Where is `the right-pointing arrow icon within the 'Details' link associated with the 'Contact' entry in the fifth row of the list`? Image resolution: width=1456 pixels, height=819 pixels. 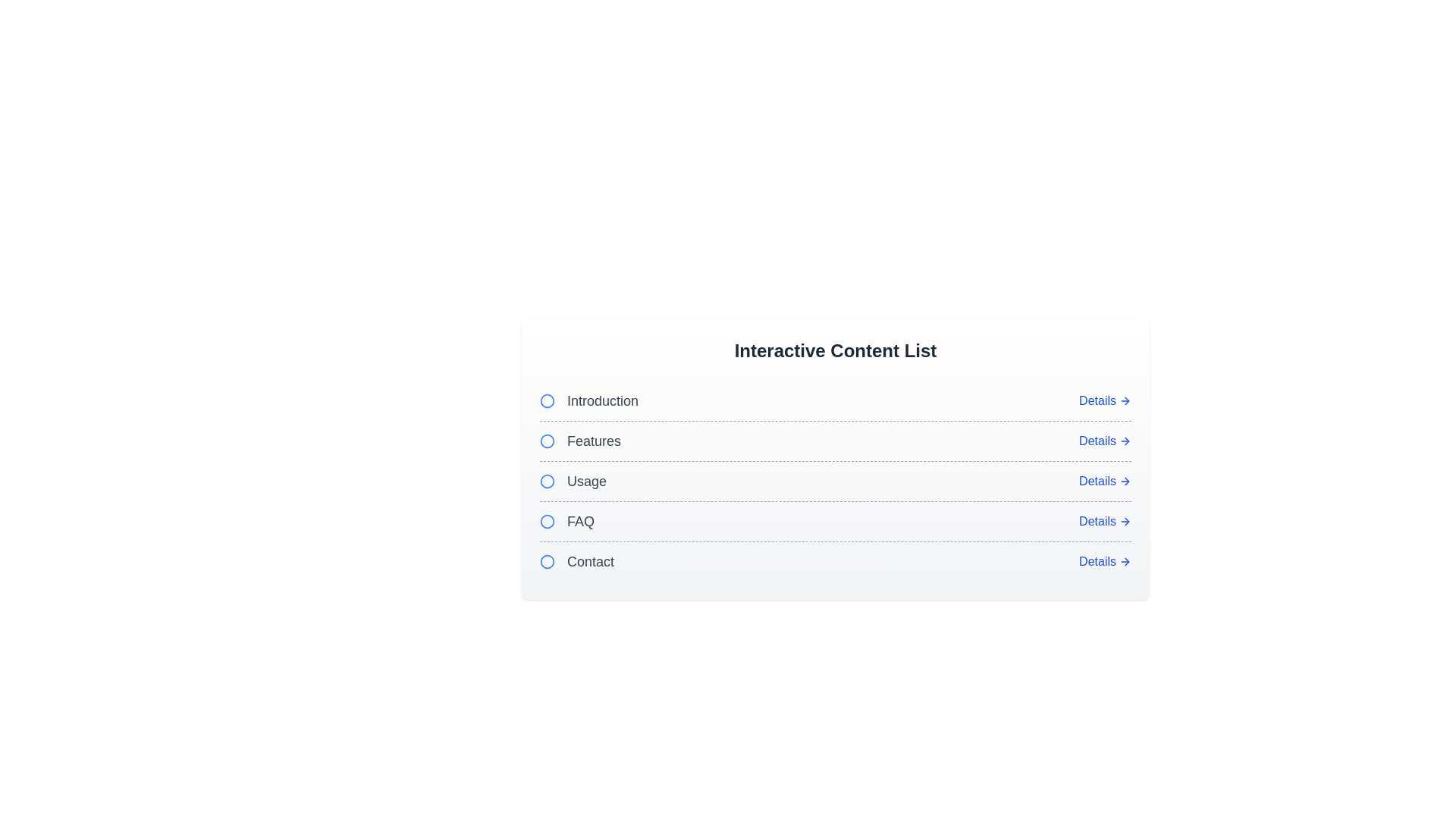
the right-pointing arrow icon within the 'Details' link associated with the 'Contact' entry in the fifth row of the list is located at coordinates (1125, 482).